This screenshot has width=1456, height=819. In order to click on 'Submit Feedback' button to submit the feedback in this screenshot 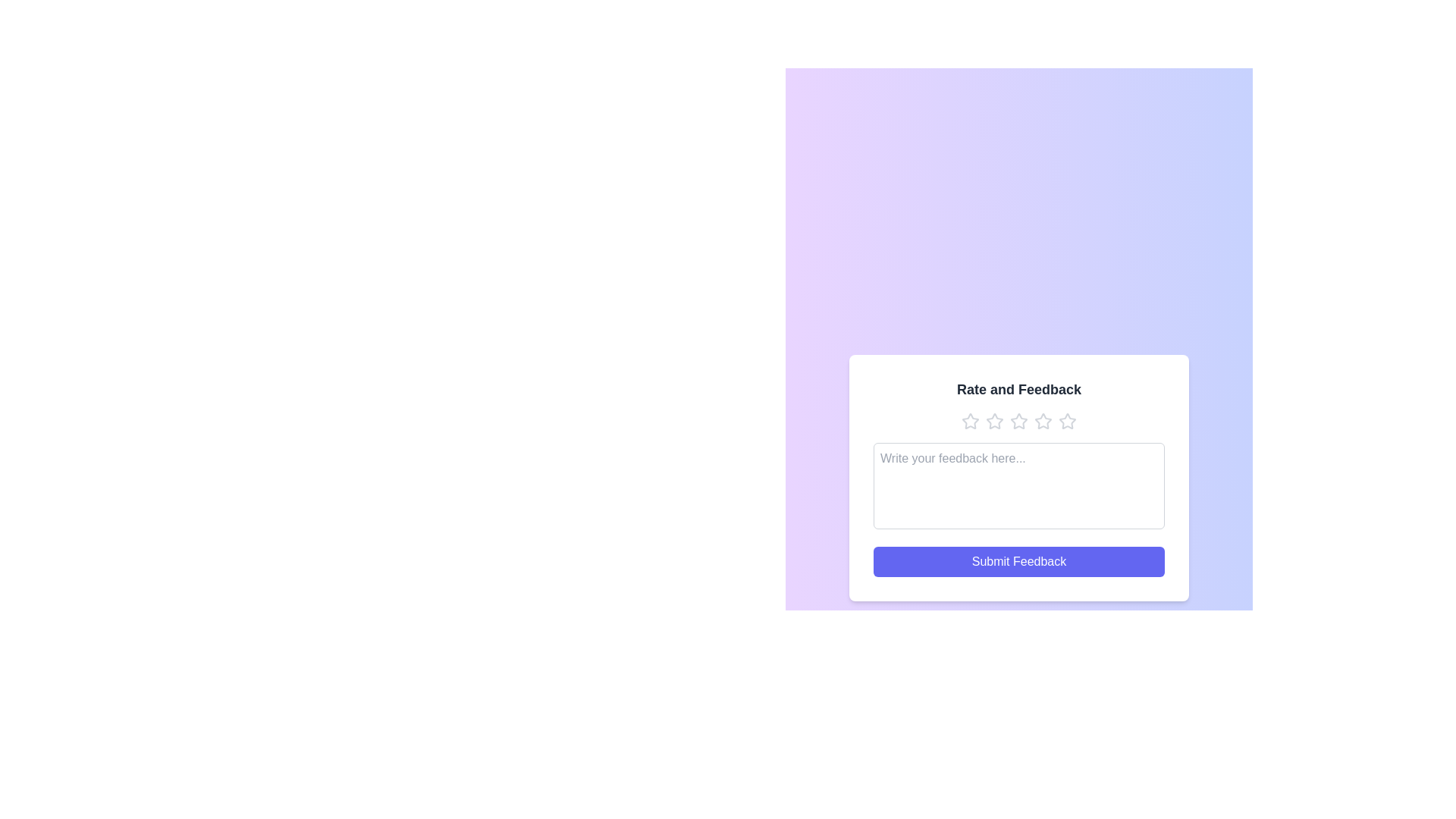, I will do `click(1019, 561)`.